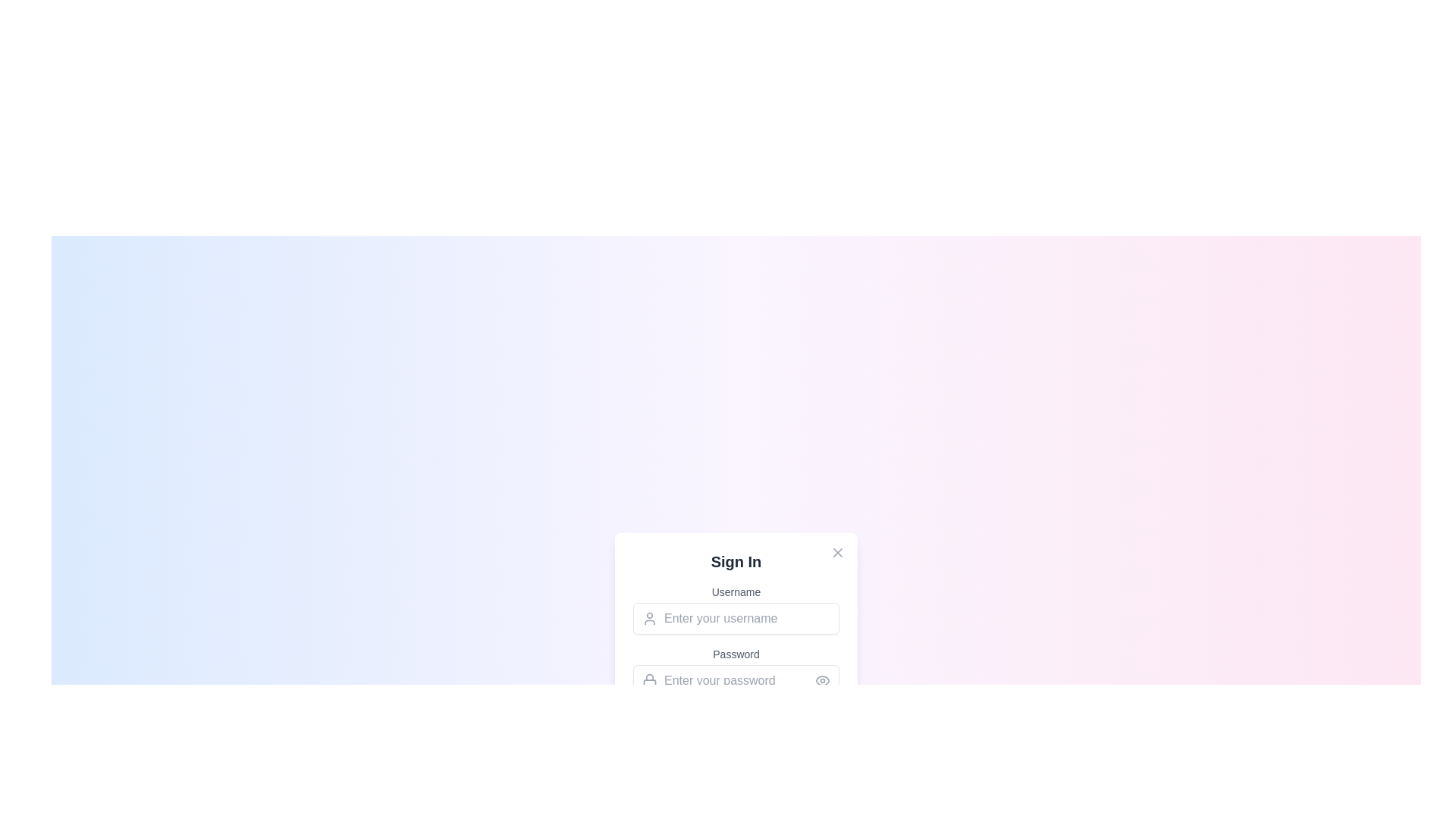 This screenshot has width=1456, height=819. I want to click on the small gray 'X' button located at the top-right corner of the sign-in card, which changes to a darker shade on hover, so click(836, 553).